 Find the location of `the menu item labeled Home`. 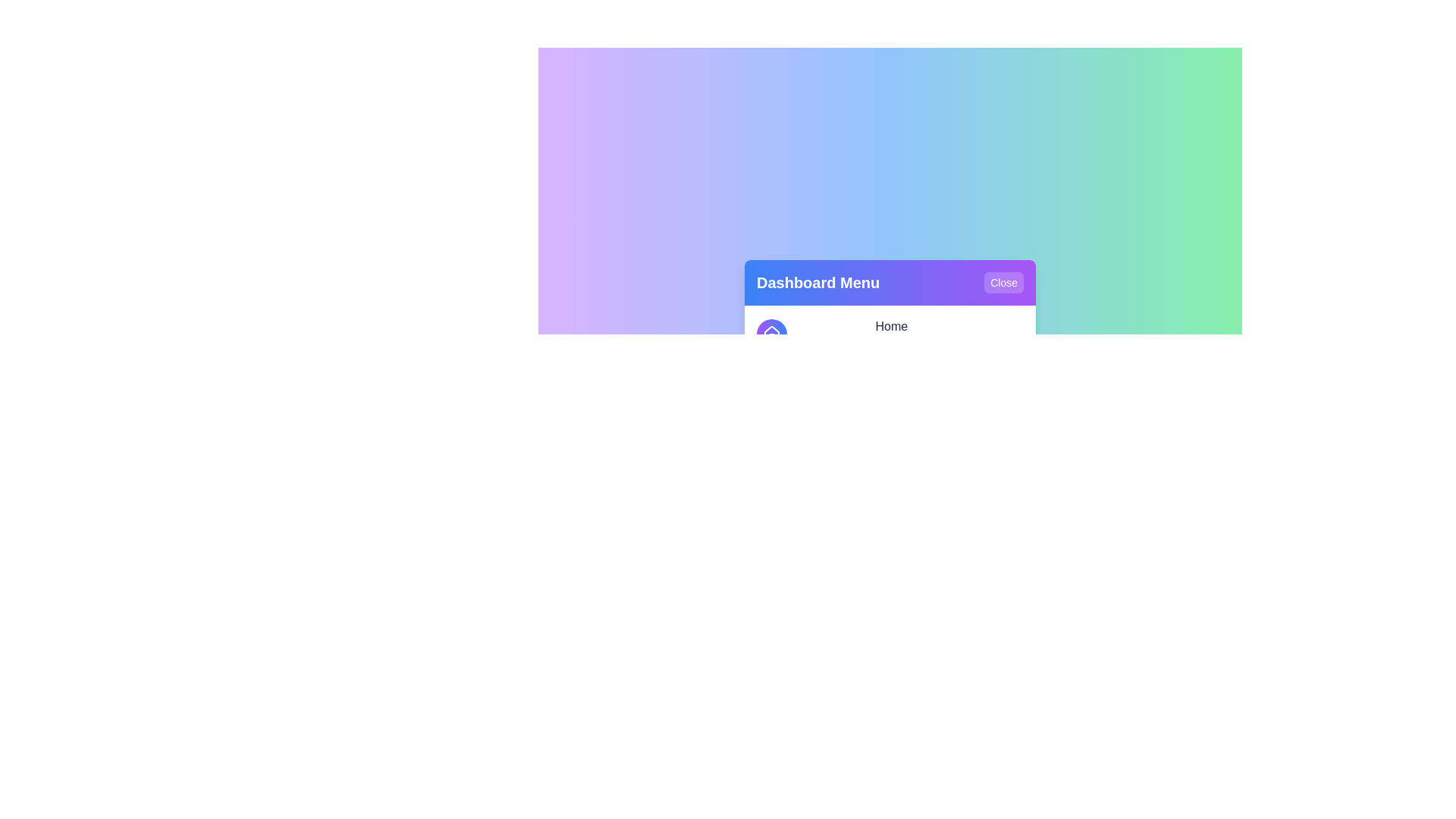

the menu item labeled Home is located at coordinates (890, 333).